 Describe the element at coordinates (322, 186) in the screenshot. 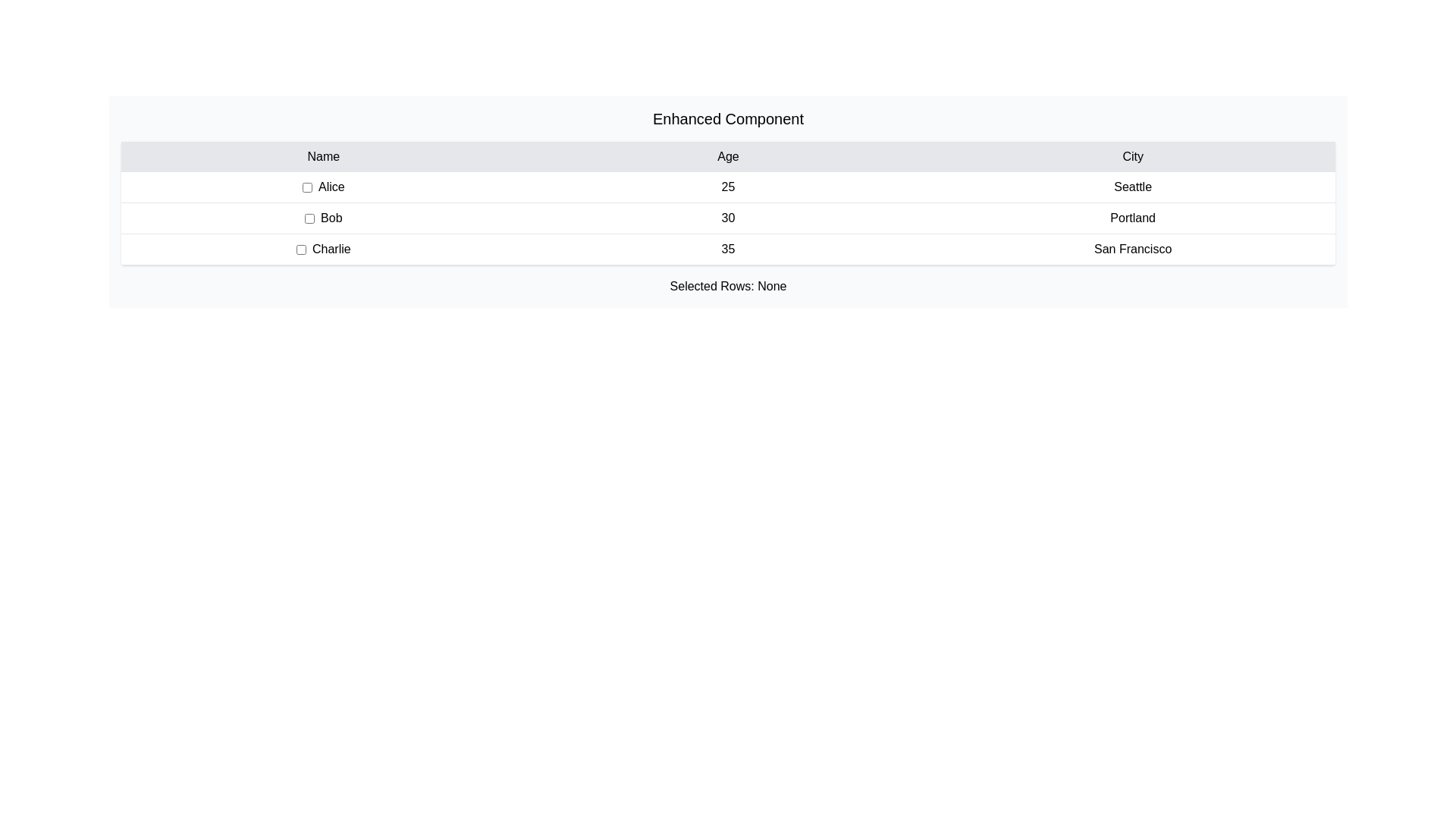

I see `the non-interactive text label displaying the name 'Alice' in the first column of the grid layout, which is positioned in the first row` at that location.